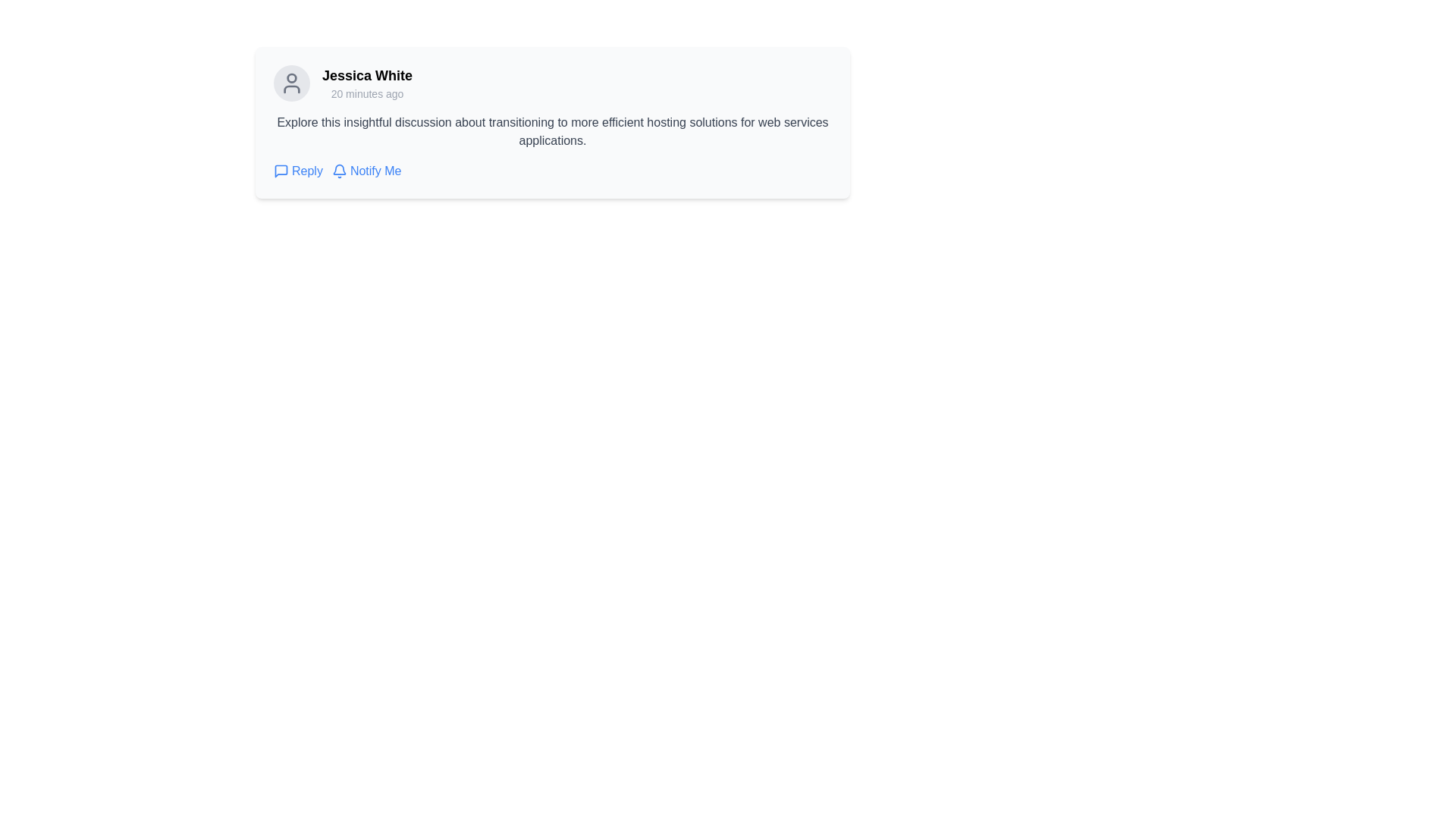  I want to click on the speech bubble icon located to the left of the 'Reply' text in the comment section, so click(281, 171).